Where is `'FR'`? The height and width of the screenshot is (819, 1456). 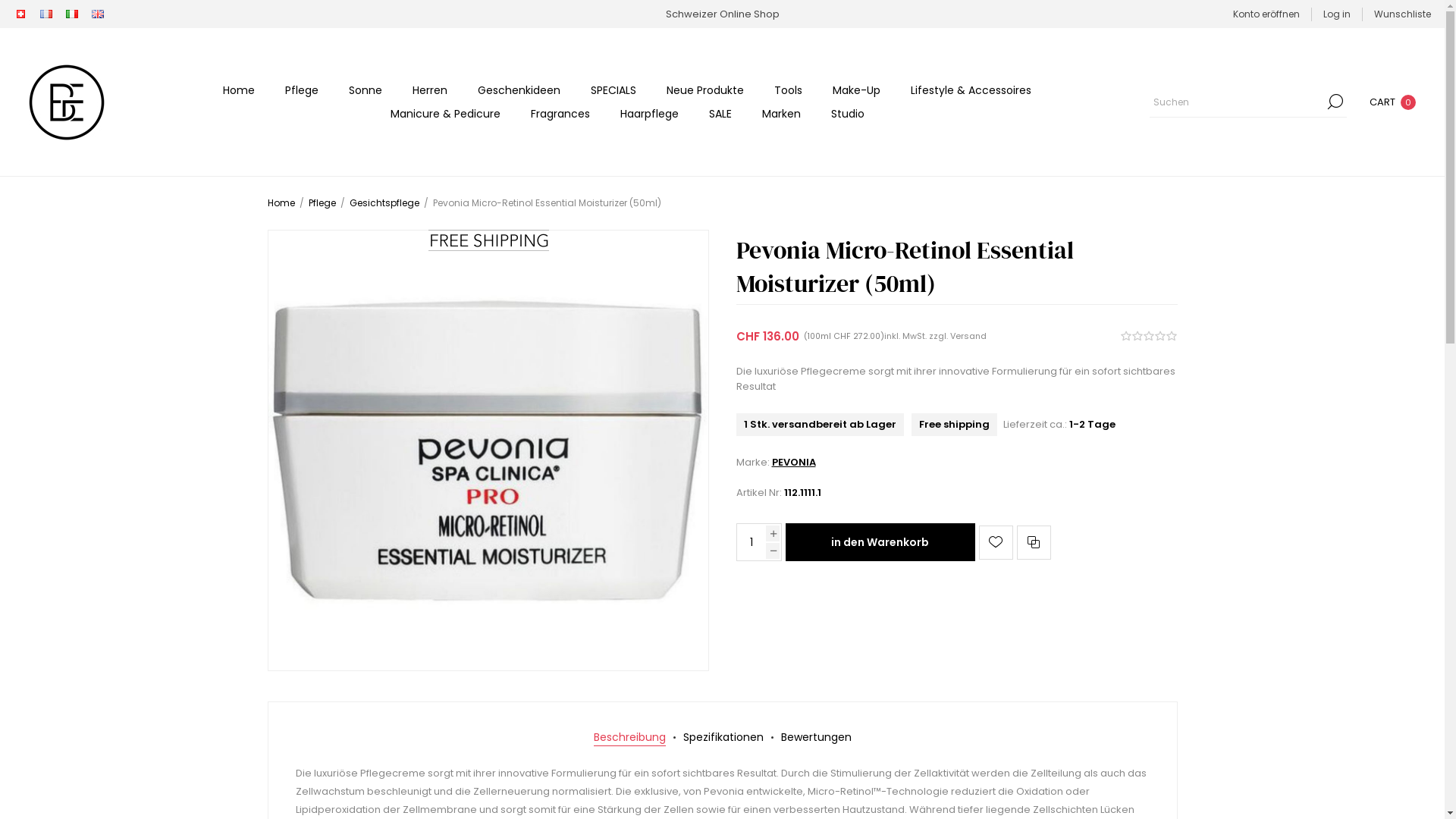
'FR' is located at coordinates (46, 14).